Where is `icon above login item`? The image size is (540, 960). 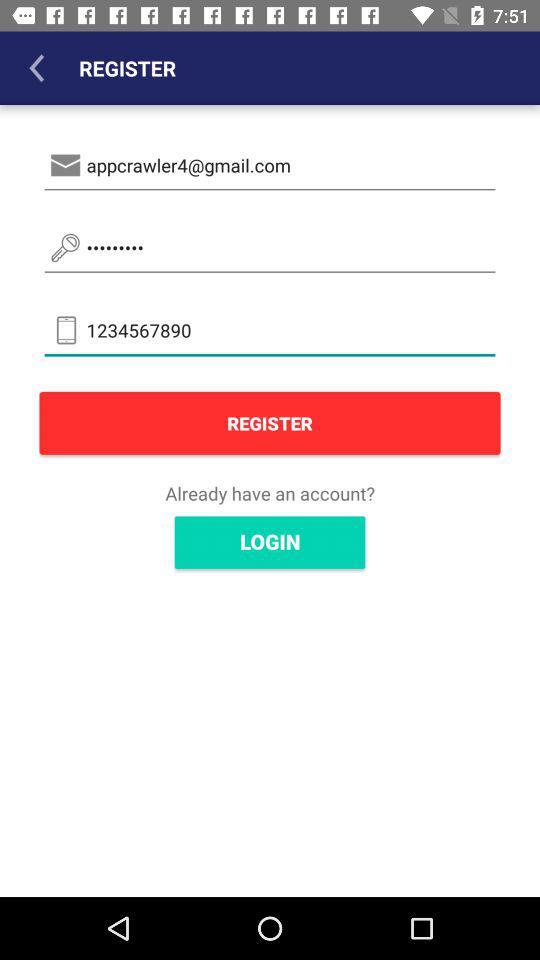 icon above login item is located at coordinates (270, 492).